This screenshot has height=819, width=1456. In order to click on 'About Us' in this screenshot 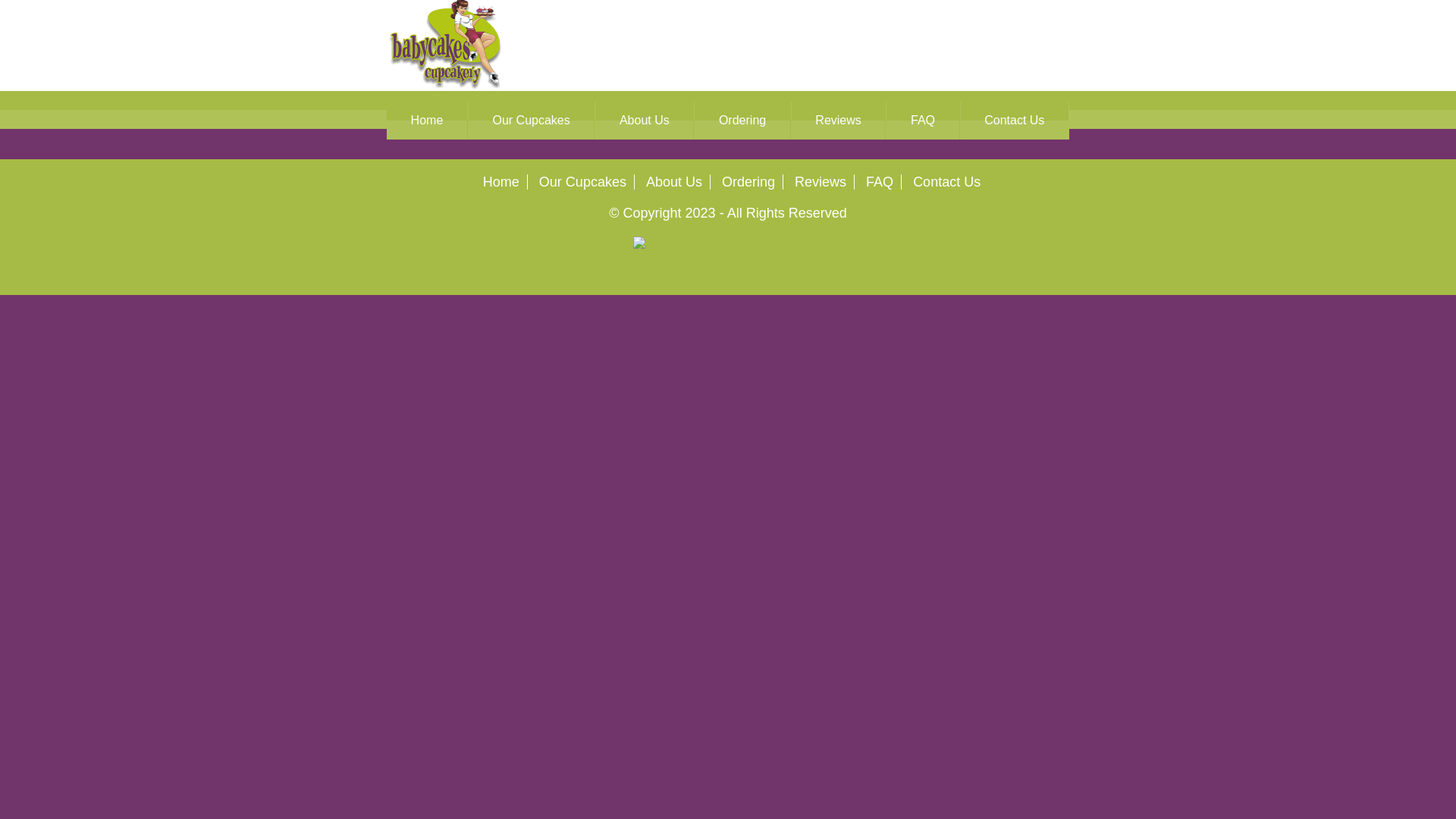, I will do `click(595, 119)`.